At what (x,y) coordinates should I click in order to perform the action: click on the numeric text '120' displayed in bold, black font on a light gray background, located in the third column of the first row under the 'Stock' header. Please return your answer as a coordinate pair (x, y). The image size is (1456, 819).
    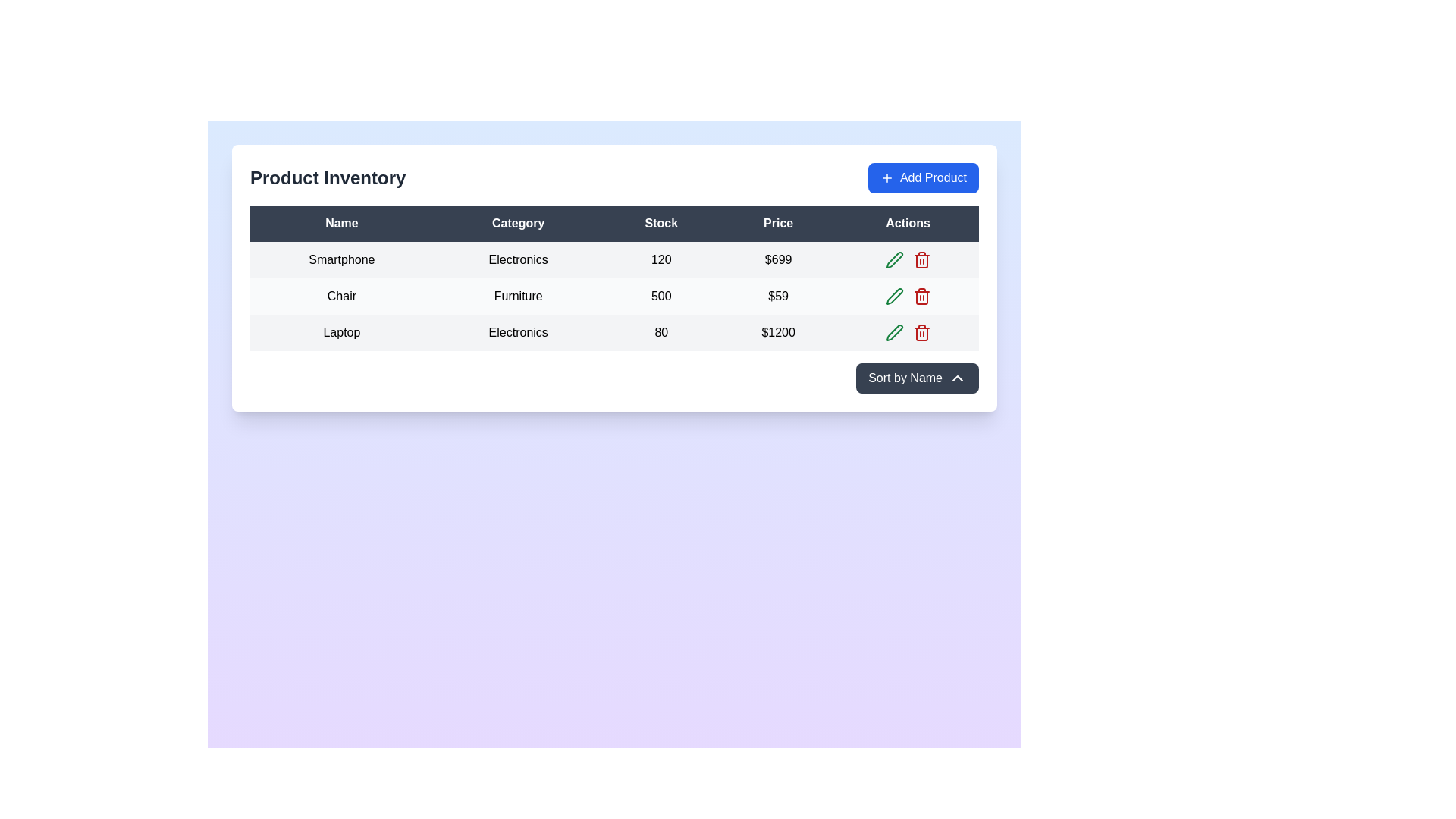
    Looking at the image, I should click on (661, 259).